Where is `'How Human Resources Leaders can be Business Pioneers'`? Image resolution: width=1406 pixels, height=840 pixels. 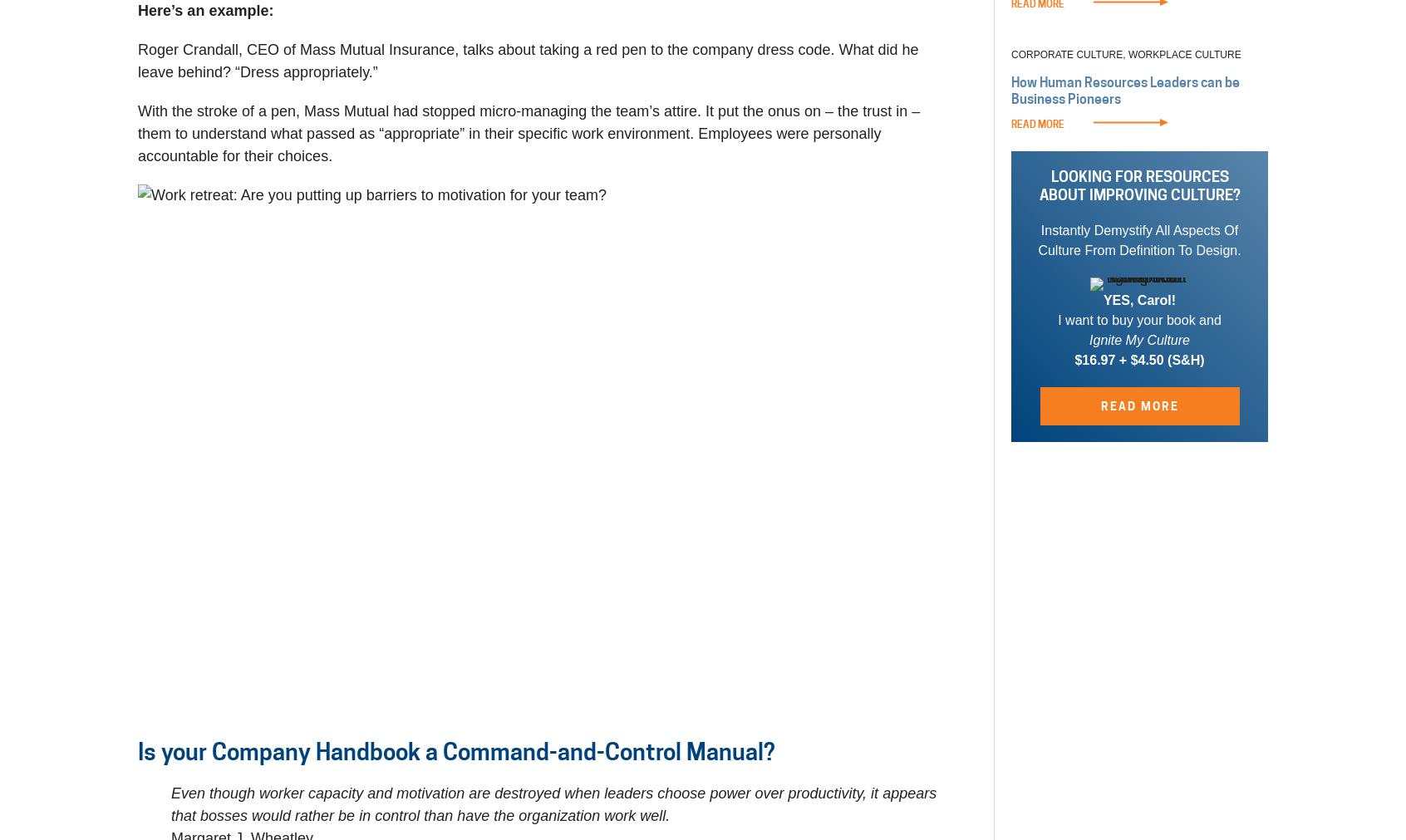
'How Human Resources Leaders can be Business Pioneers' is located at coordinates (1125, 90).